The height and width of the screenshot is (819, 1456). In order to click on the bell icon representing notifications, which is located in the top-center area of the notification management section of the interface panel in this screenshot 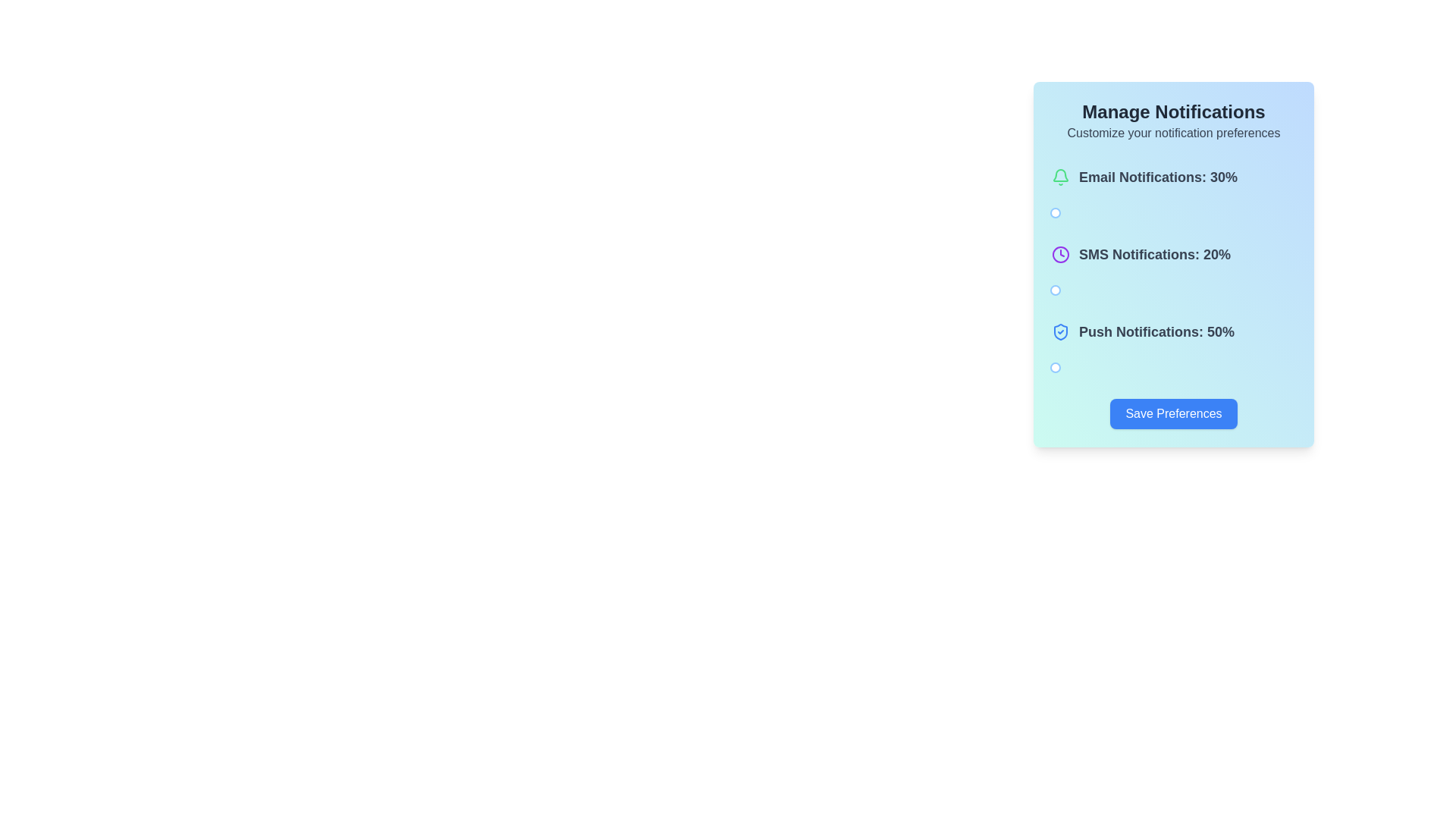, I will do `click(1059, 174)`.